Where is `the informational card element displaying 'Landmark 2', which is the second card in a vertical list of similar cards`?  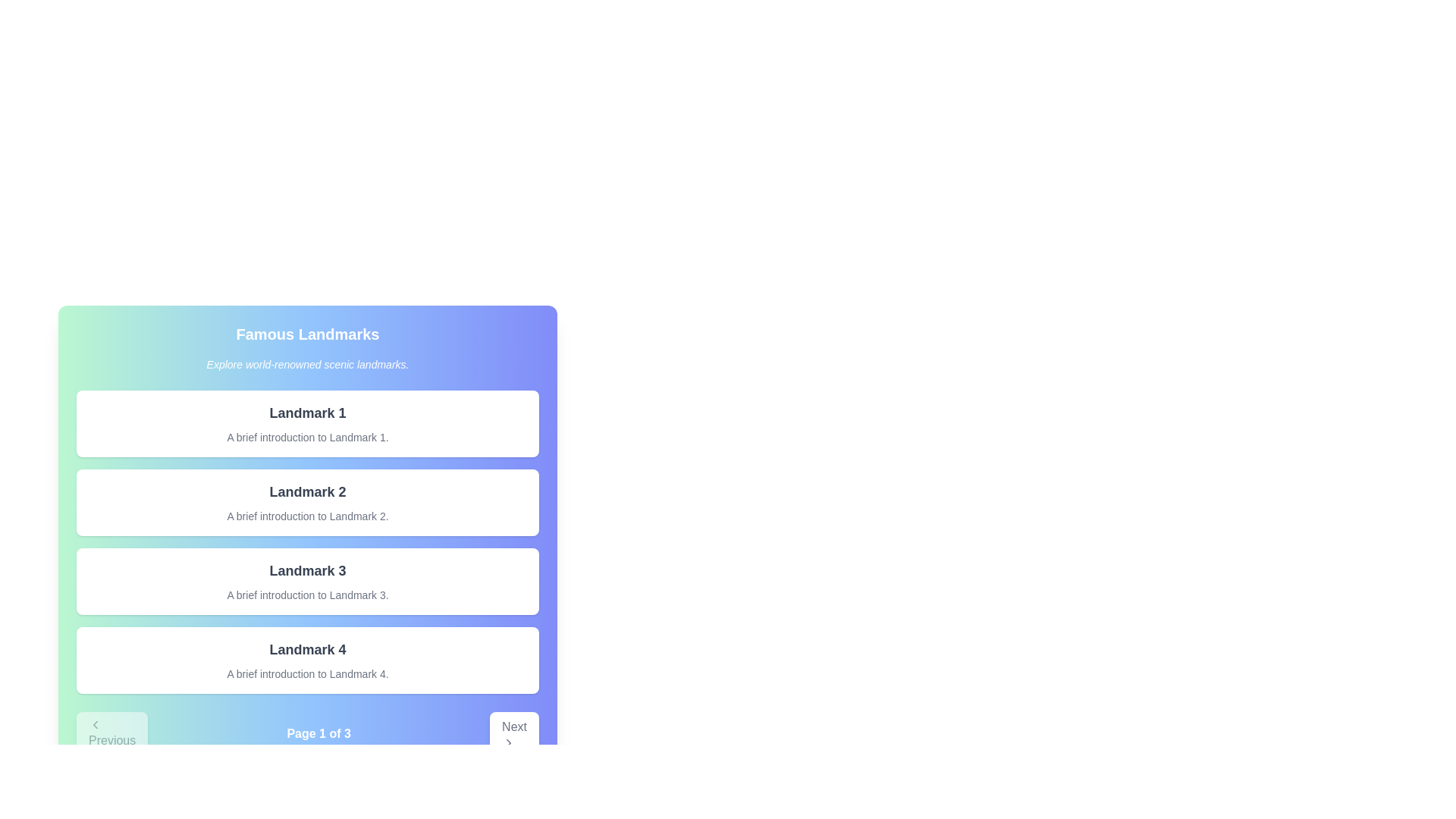
the informational card element displaying 'Landmark 2', which is the second card in a vertical list of similar cards is located at coordinates (307, 503).